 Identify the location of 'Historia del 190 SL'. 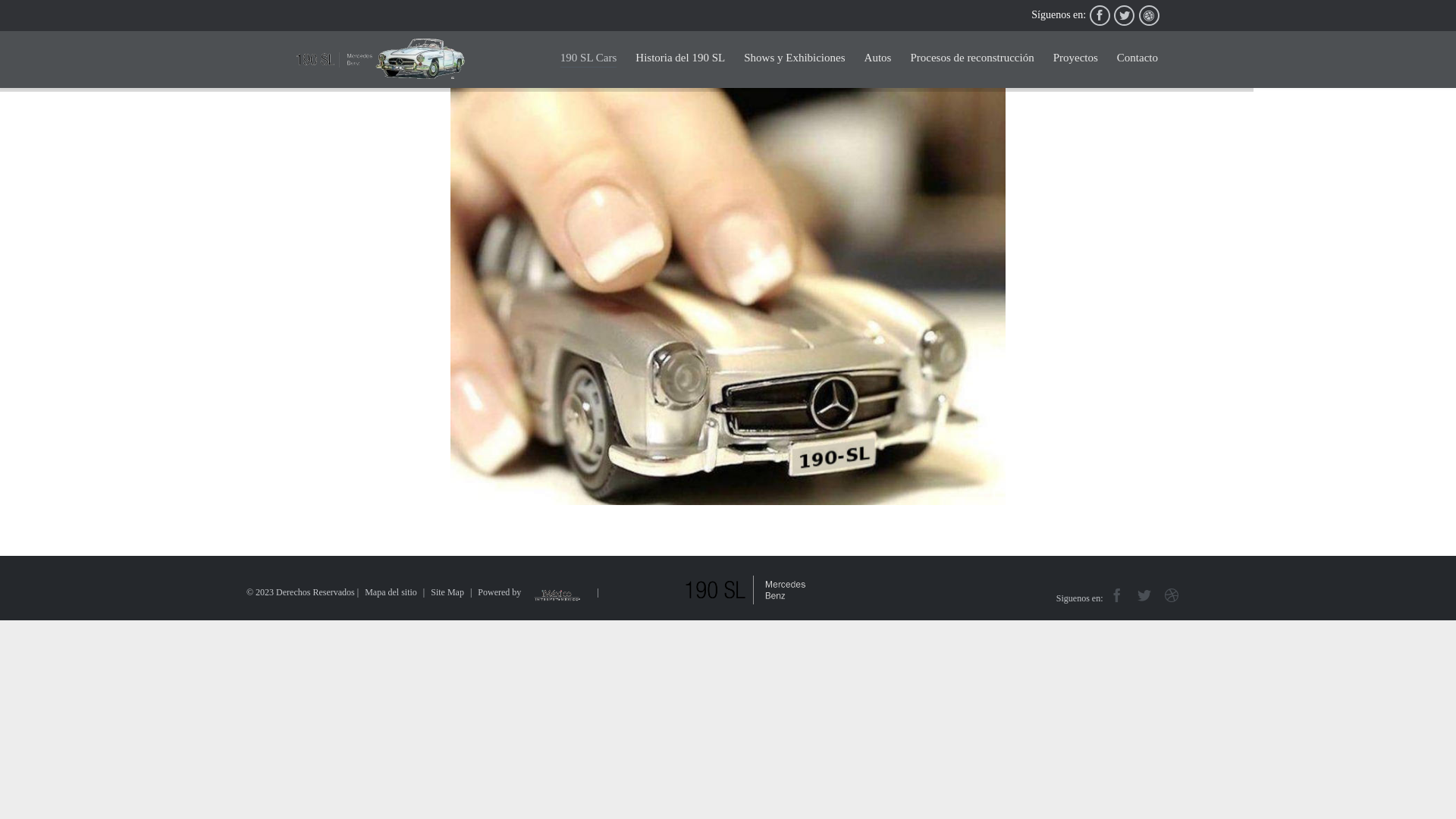
(635, 58).